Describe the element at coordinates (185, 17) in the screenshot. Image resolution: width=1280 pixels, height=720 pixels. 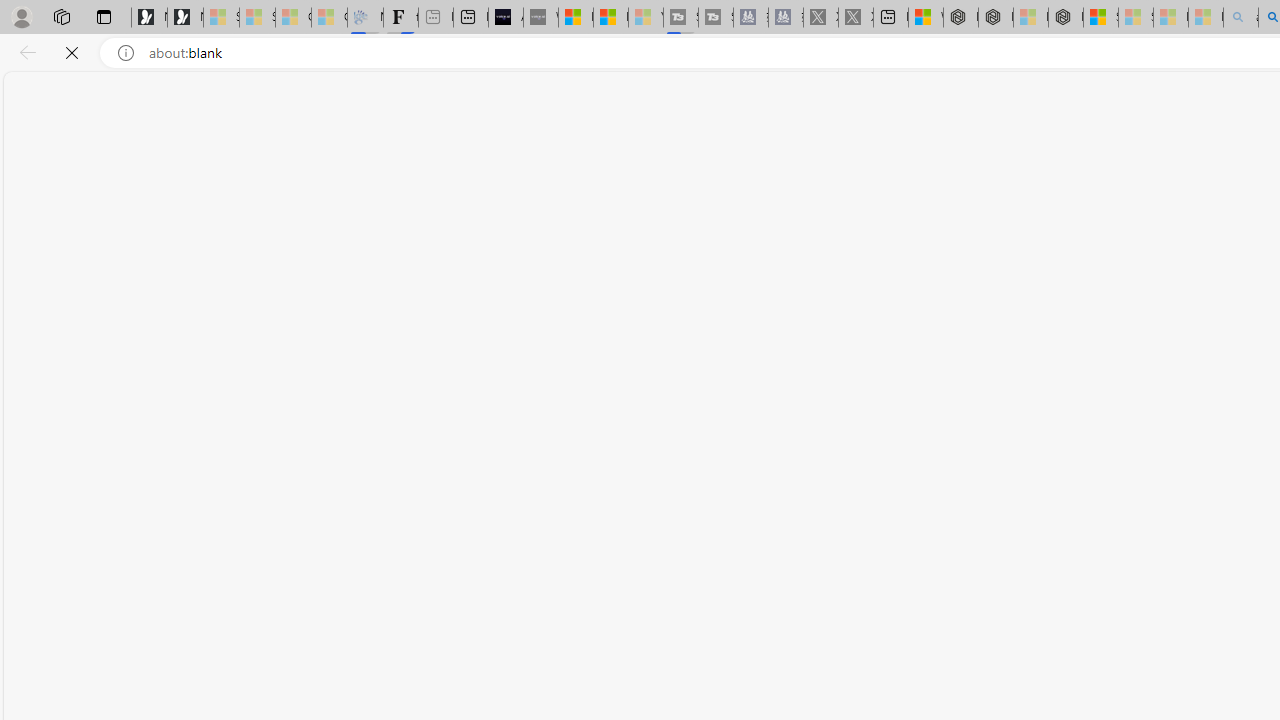
I see `'Newsletter Sign Up'` at that location.